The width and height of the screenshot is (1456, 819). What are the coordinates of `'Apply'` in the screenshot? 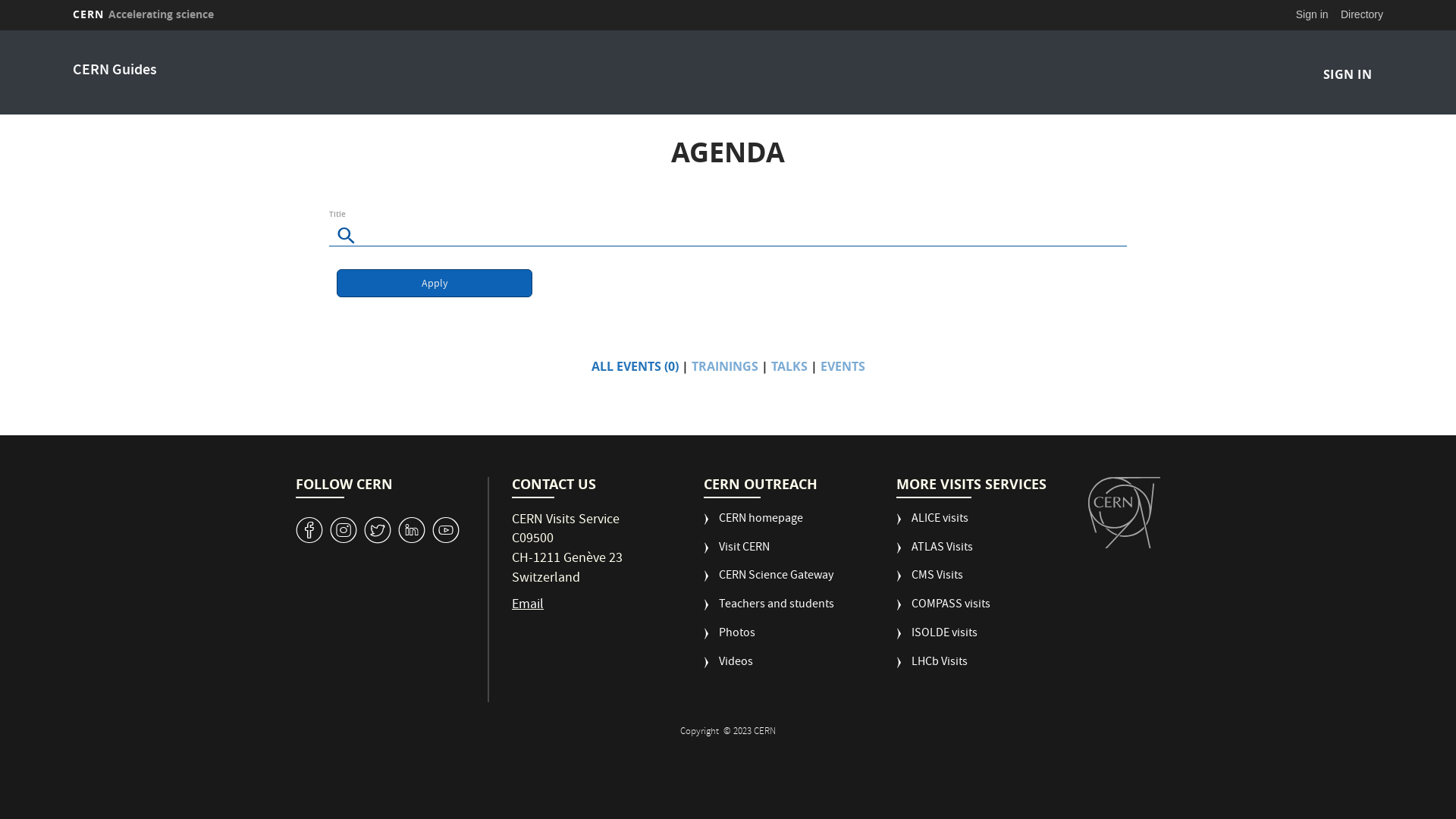 It's located at (433, 283).